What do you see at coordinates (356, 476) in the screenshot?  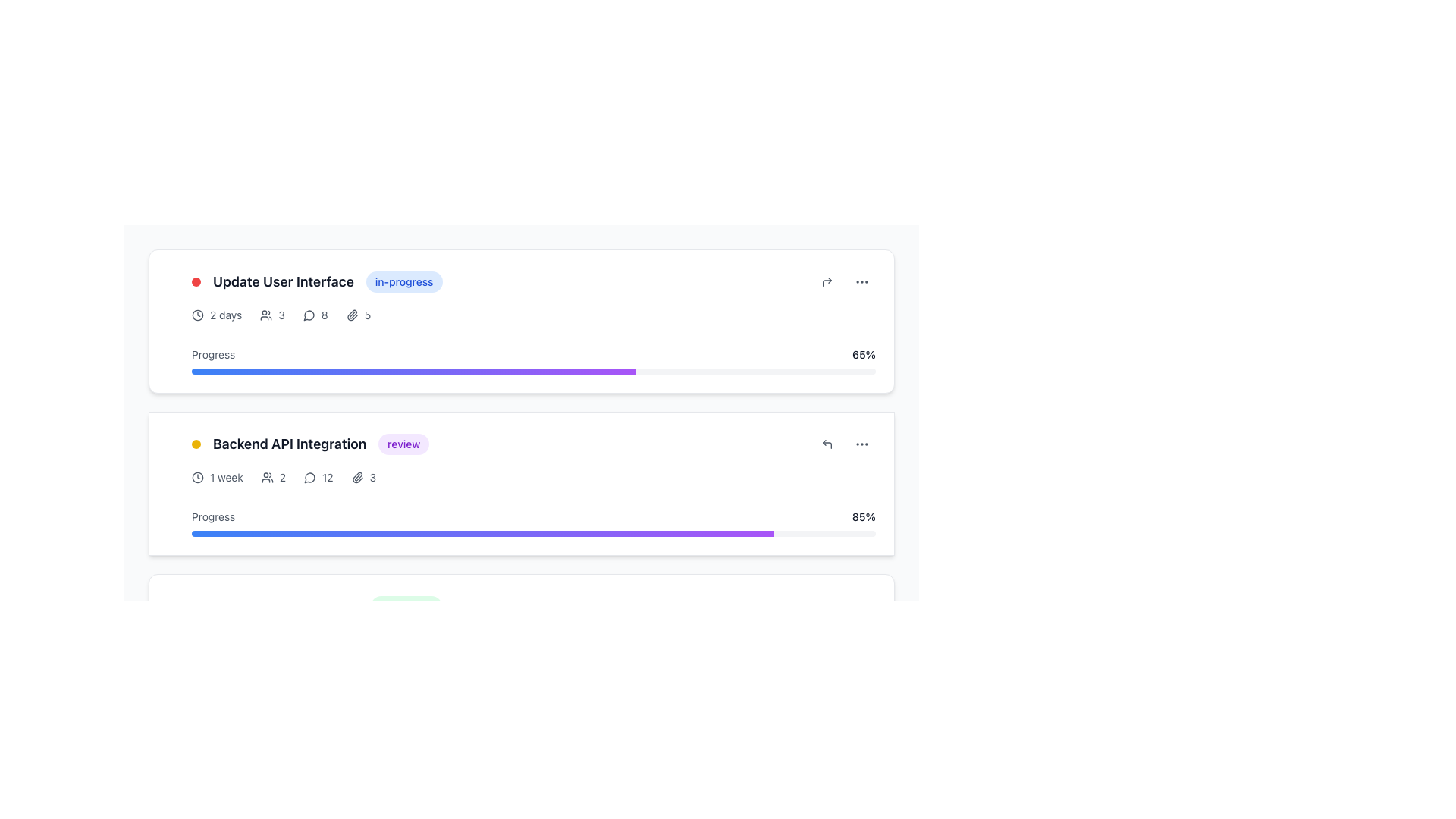 I see `the visual appearance of the paperclip icon representing file attachments for the 'Backend API Integration' task, located near the bottom right of its section` at bounding box center [356, 476].